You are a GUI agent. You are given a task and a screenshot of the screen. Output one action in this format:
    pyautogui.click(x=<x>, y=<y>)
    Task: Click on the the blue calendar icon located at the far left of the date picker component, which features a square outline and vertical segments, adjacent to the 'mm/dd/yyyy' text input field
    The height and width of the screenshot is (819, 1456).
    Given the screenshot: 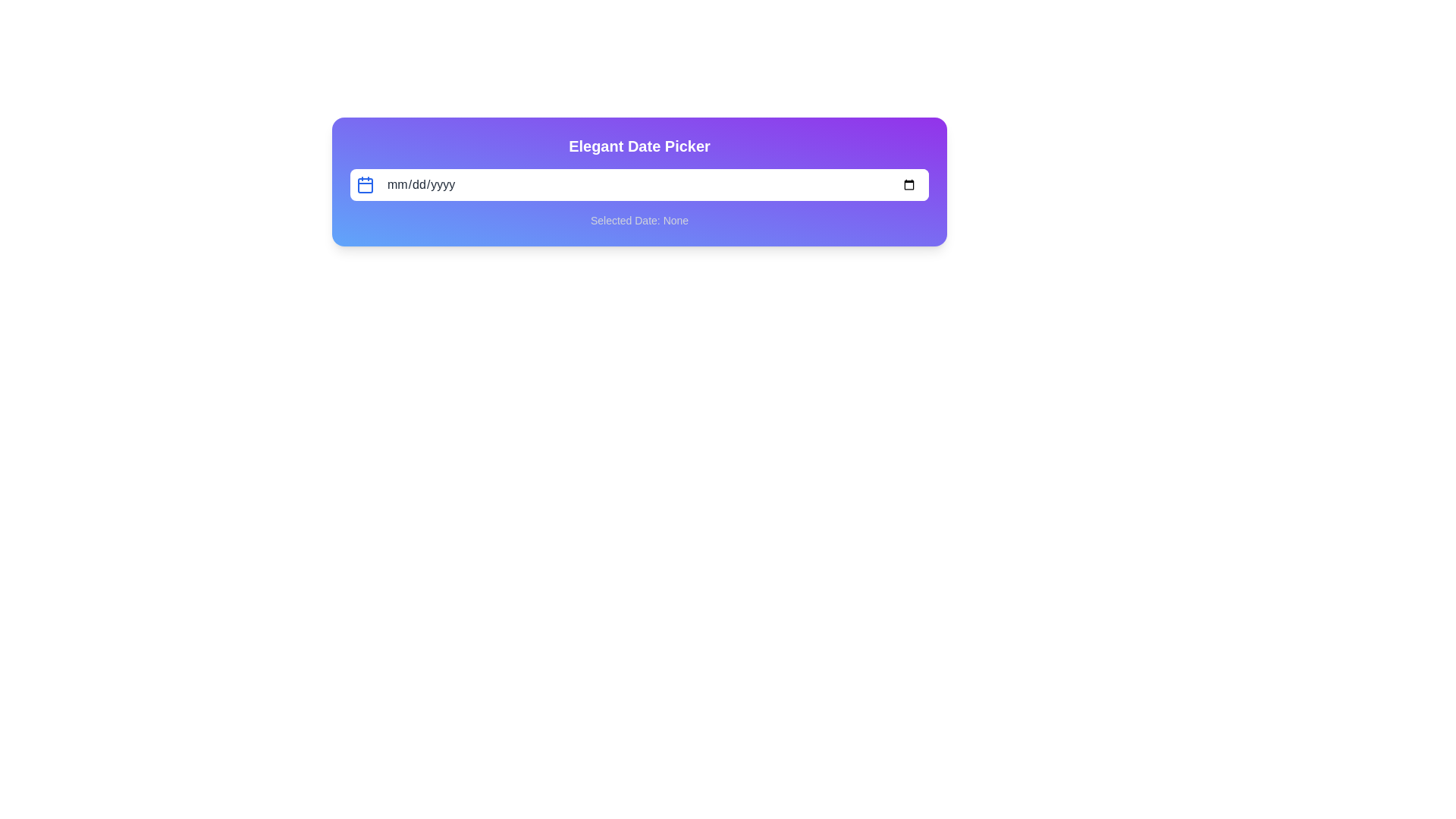 What is the action you would take?
    pyautogui.click(x=365, y=184)
    